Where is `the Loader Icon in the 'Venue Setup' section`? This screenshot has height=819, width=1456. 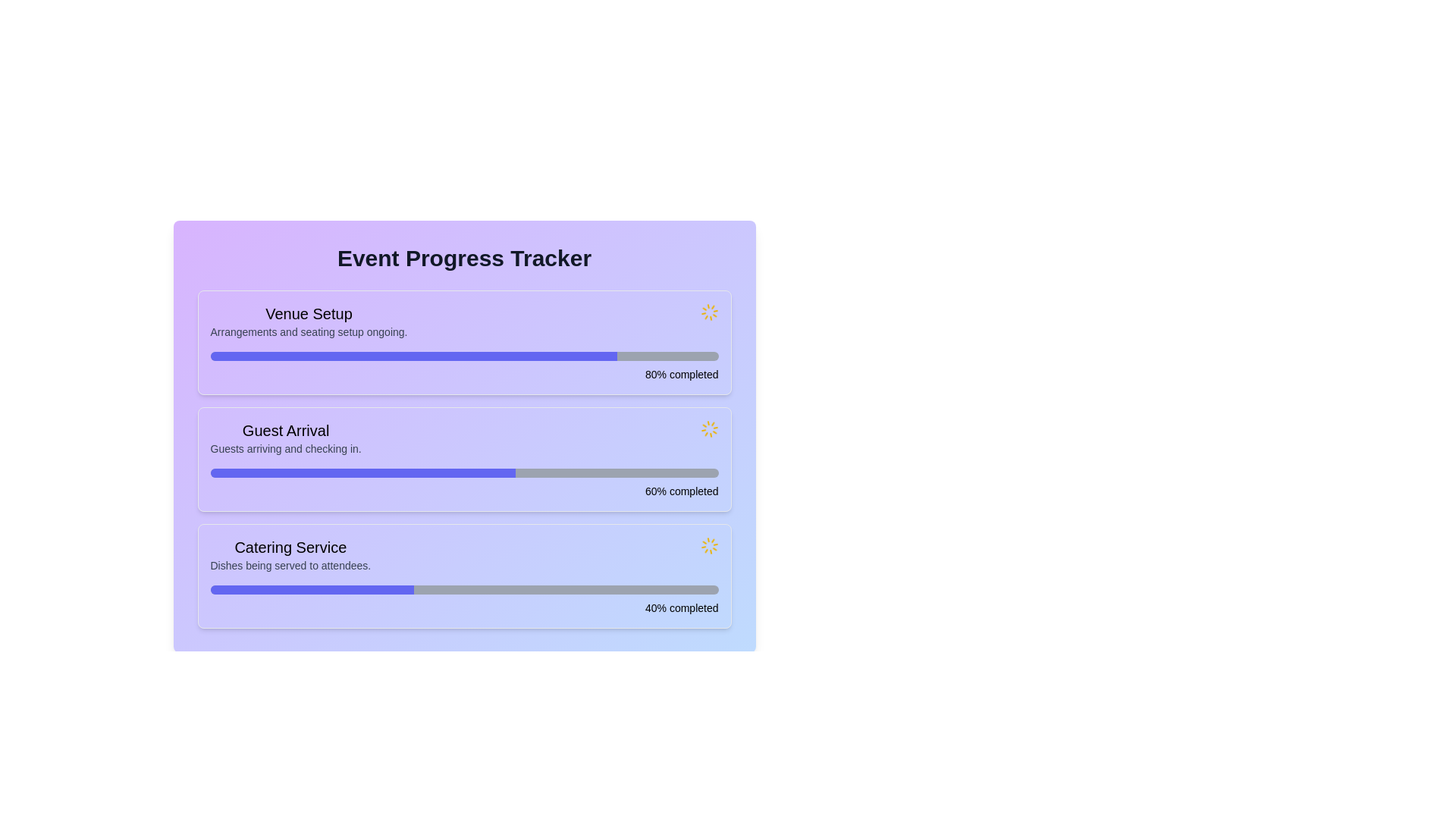 the Loader Icon in the 'Venue Setup' section is located at coordinates (708, 321).